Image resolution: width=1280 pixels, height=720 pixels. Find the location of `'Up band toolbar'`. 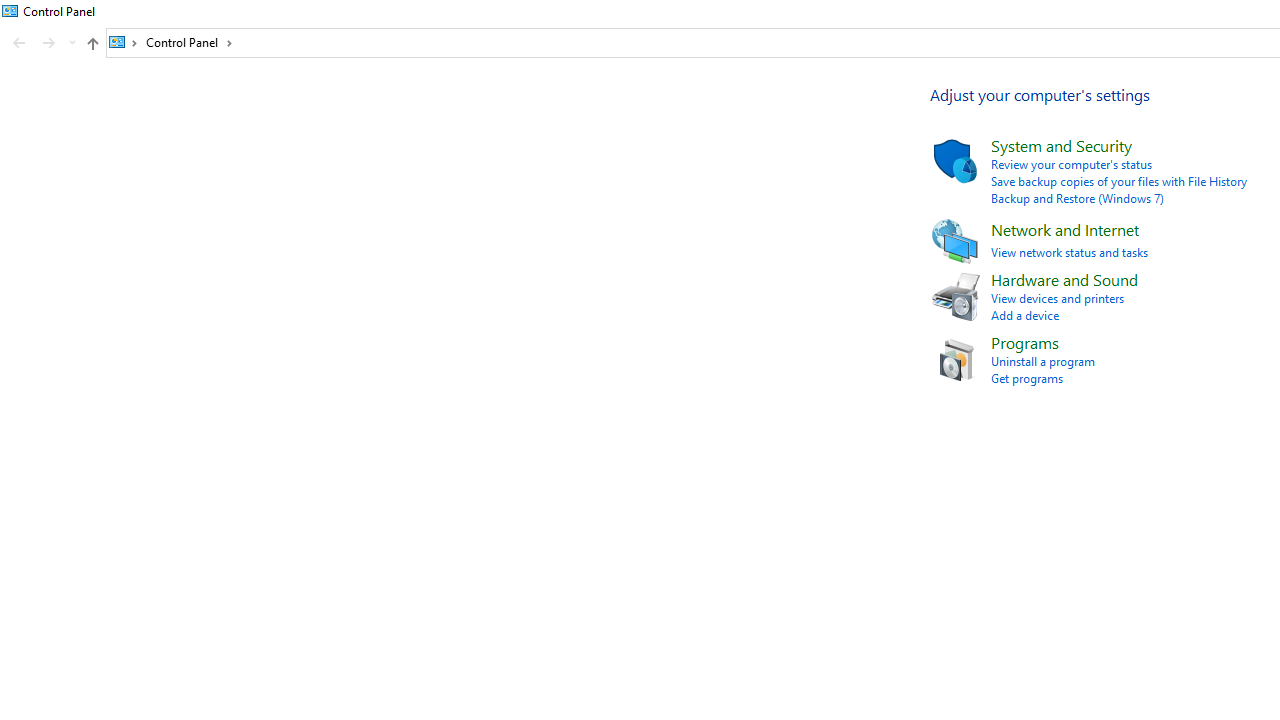

'Up band toolbar' is located at coordinates (91, 45).